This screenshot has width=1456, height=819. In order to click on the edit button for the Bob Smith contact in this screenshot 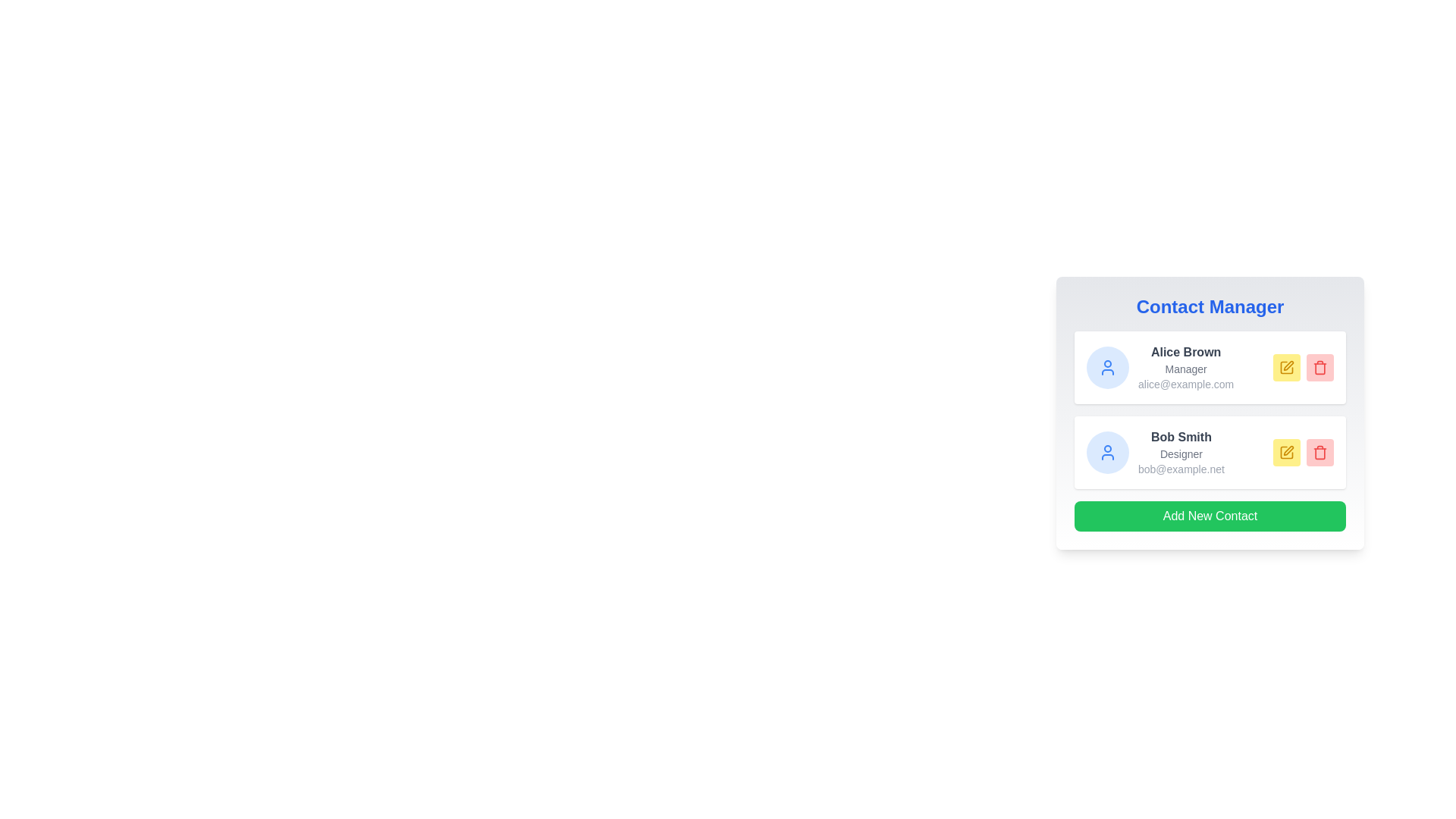, I will do `click(1286, 452)`.